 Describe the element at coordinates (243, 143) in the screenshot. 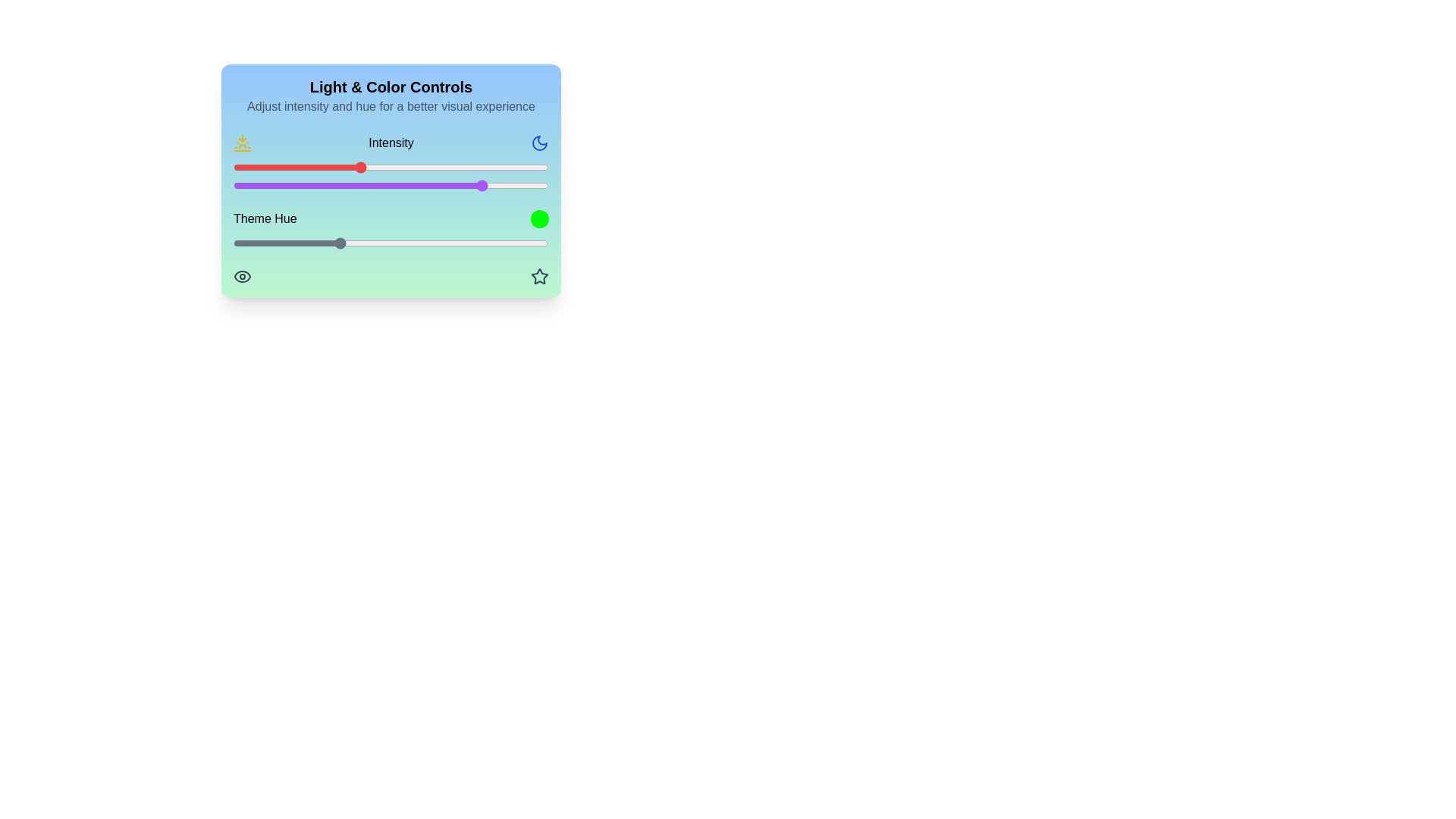

I see `the 'Sunset' icon located in the 'Intensity' section at the far left side, which is the first icon in a horizontal arrangement` at that location.